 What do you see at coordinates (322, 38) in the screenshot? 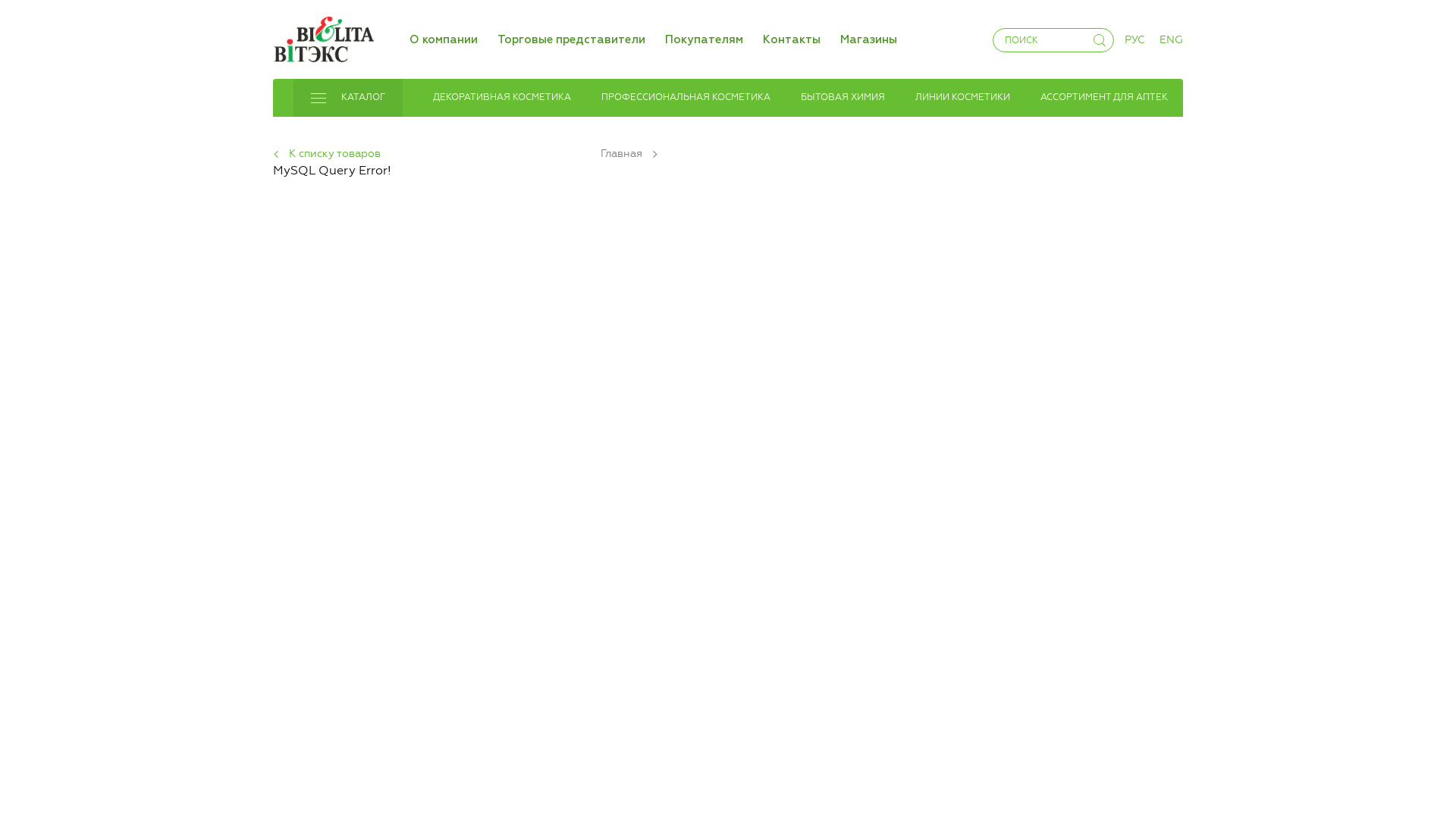
I see `'Belita&Vitex'` at bounding box center [322, 38].